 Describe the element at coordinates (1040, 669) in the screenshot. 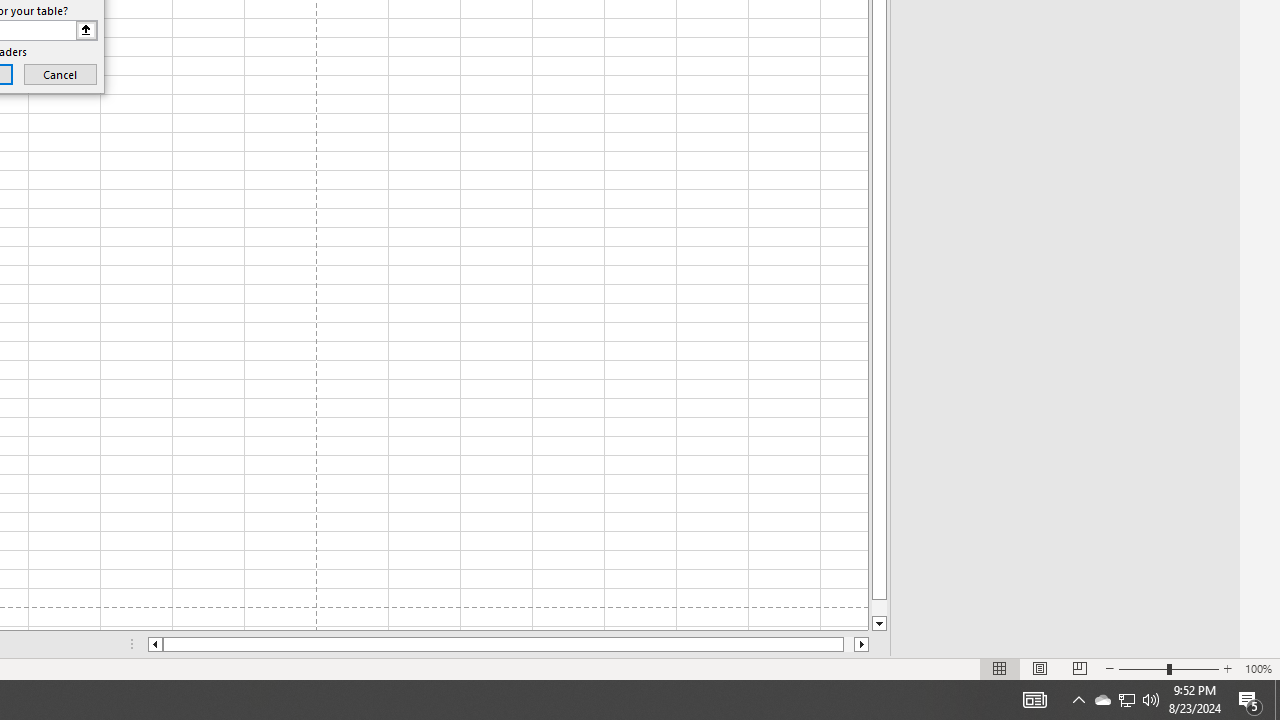

I see `'Page Layout'` at that location.